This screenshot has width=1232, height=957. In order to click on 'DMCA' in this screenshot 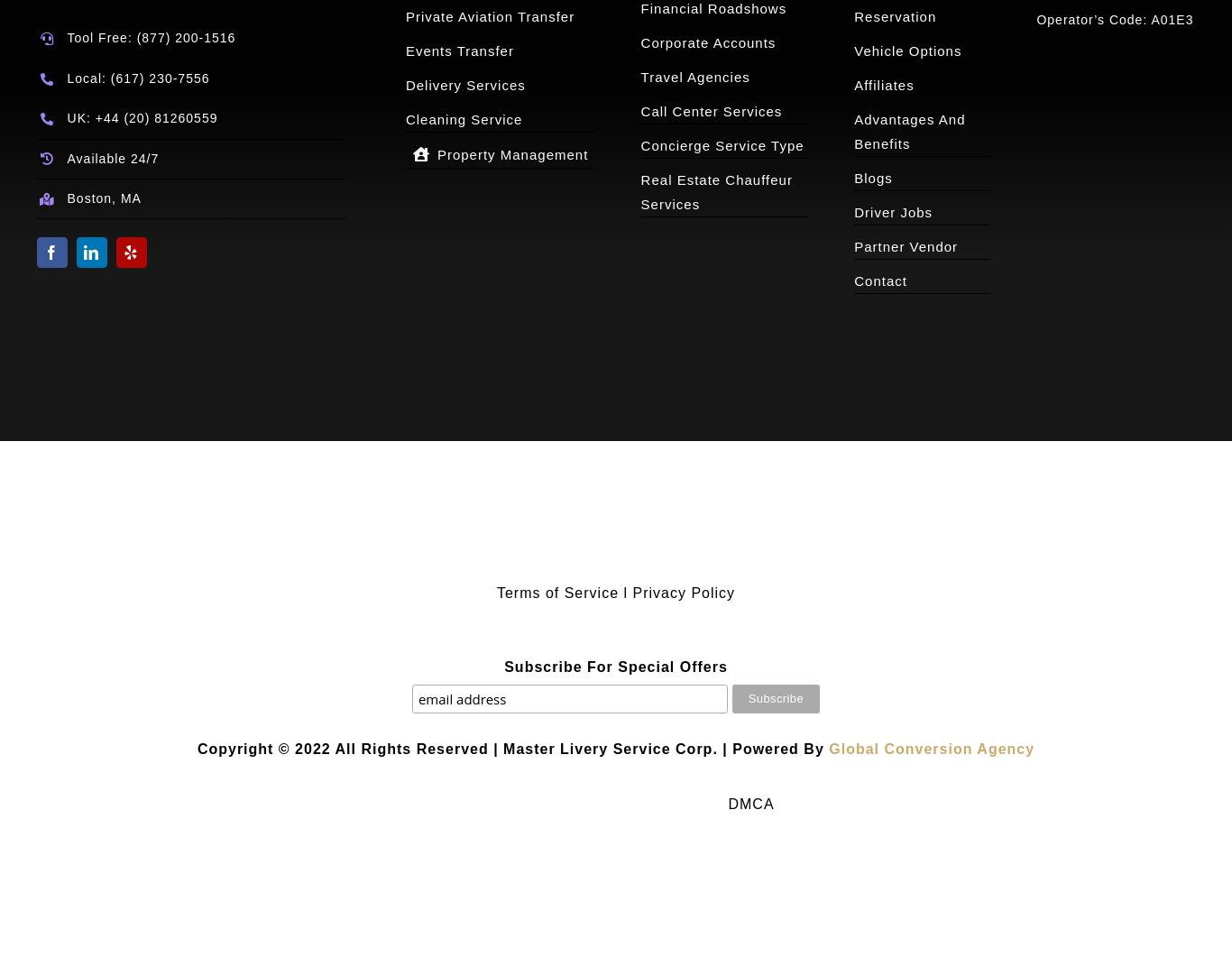, I will do `click(749, 802)`.